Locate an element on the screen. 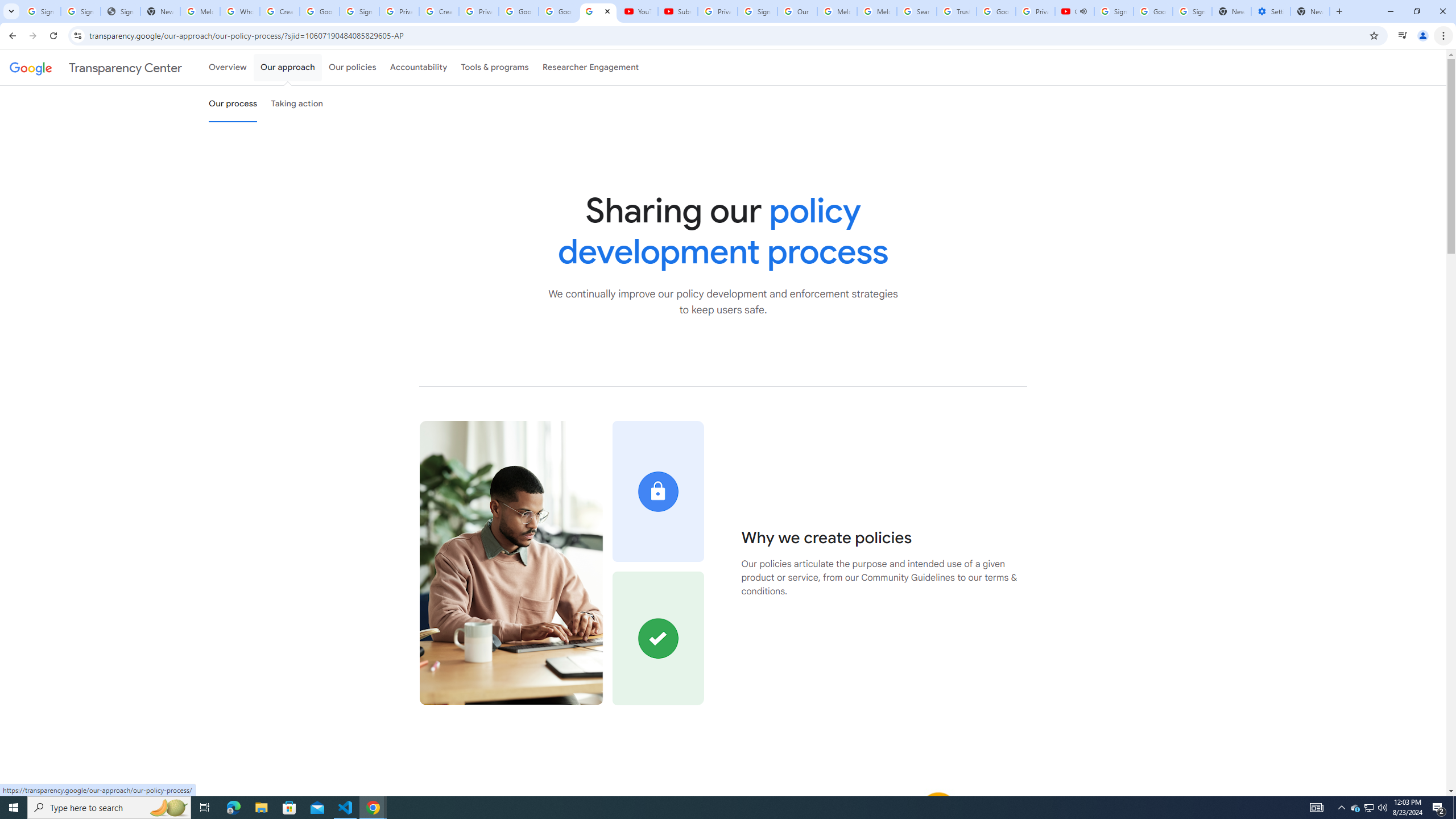 The width and height of the screenshot is (1456, 819). 'Our approach' is located at coordinates (287, 67).